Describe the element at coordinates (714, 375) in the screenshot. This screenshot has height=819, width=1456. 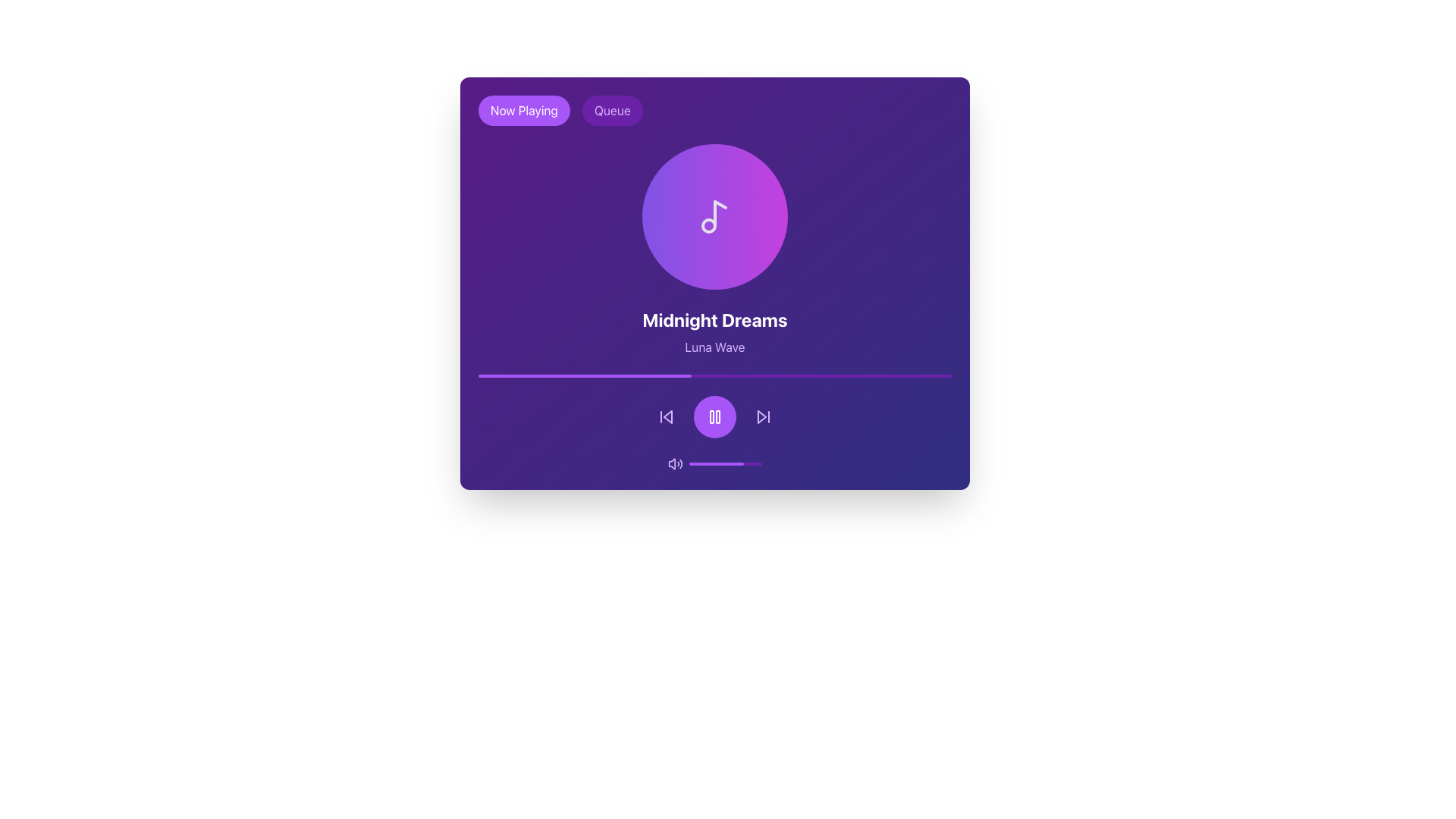
I see `the horizontal progress bar styled in strong purple below the text 'Luna Wave' to potentially seek if supported` at that location.